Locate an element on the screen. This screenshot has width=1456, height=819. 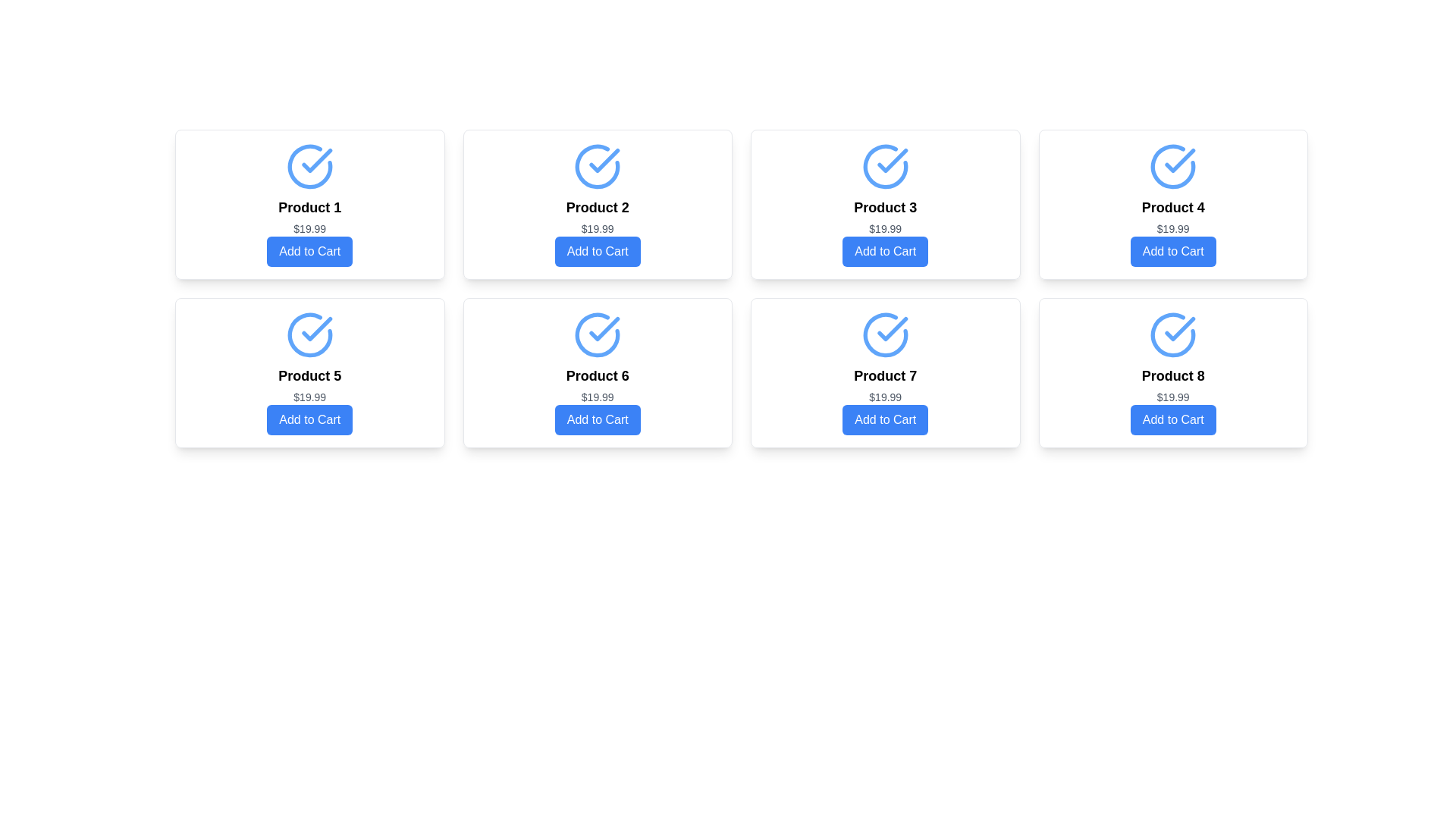
the circular blue checkmark icon at the top of the 'Product 8' card, which is centrally aligned and above the product name and price is located at coordinates (1172, 334).